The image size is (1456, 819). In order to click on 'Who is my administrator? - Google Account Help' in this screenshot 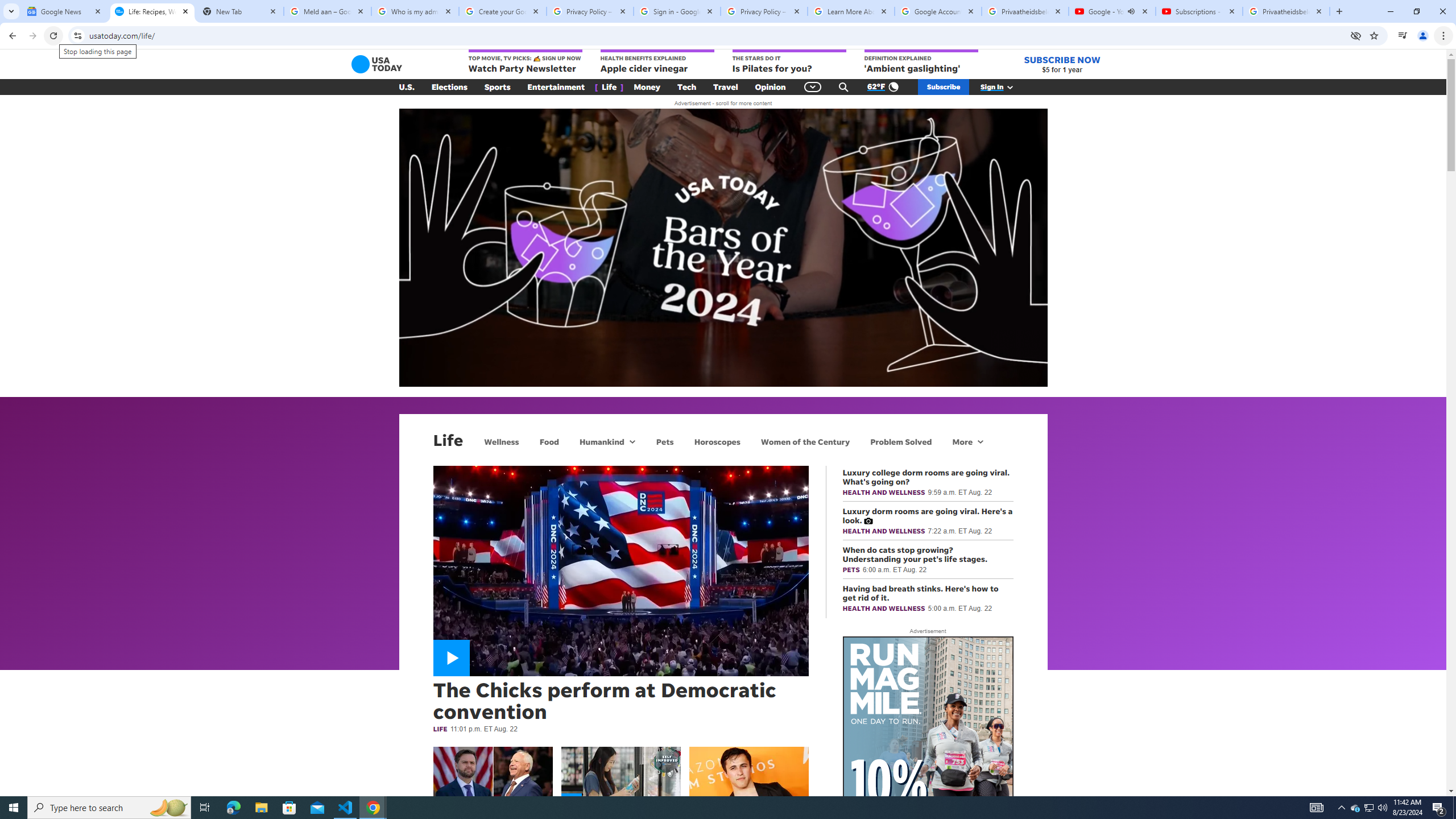, I will do `click(415, 11)`.